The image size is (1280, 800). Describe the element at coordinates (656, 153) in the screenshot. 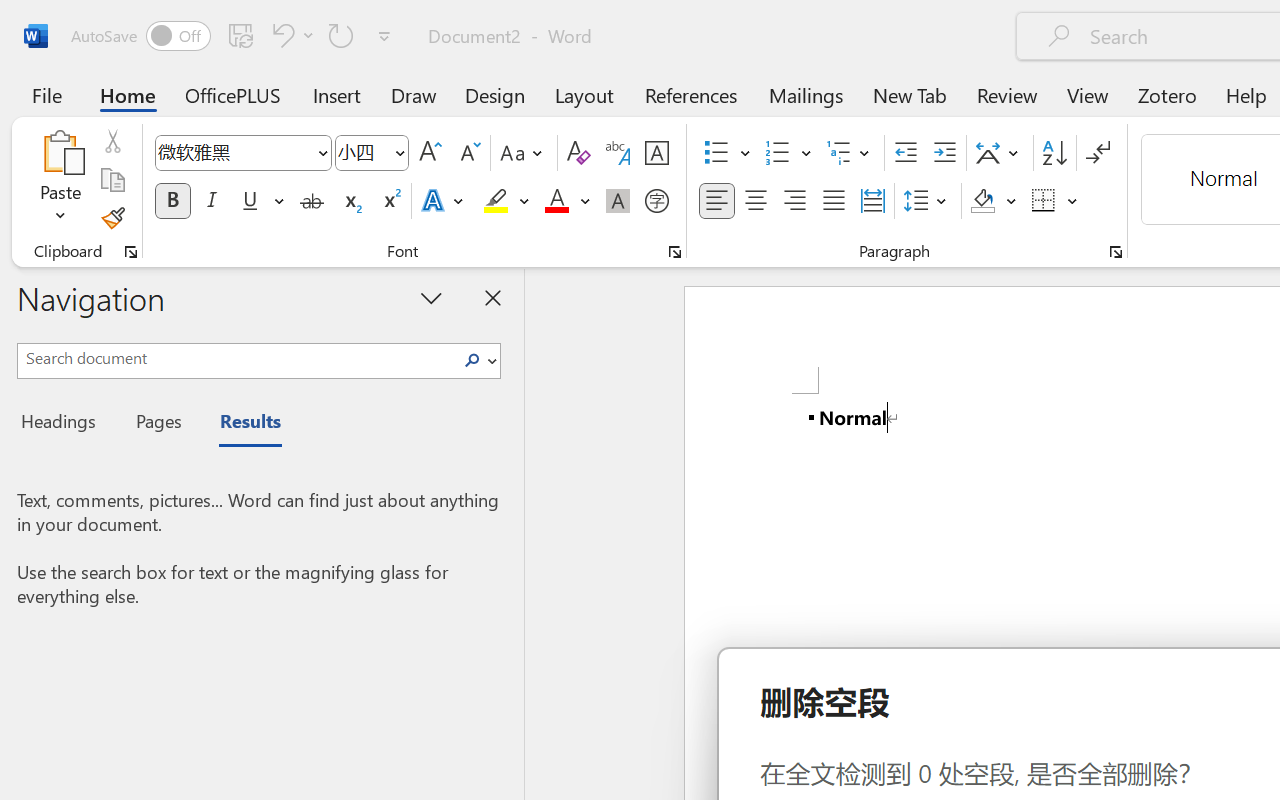

I see `'Character Border'` at that location.